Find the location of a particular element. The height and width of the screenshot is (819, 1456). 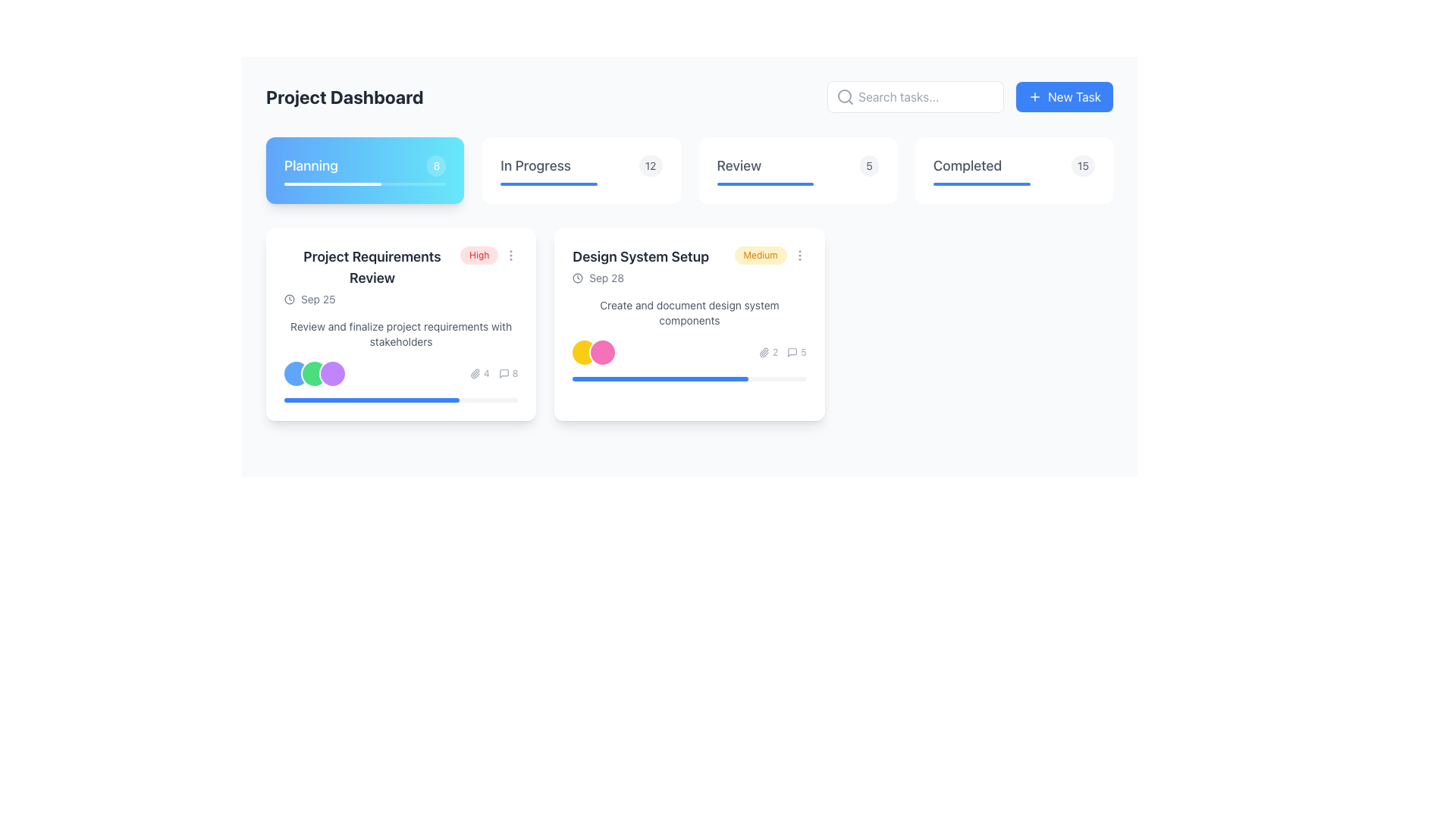

displayed text of the date label indicating 'Sep 25' located in the top-left area of the task card titled 'Project Requirements Review' is located at coordinates (317, 299).